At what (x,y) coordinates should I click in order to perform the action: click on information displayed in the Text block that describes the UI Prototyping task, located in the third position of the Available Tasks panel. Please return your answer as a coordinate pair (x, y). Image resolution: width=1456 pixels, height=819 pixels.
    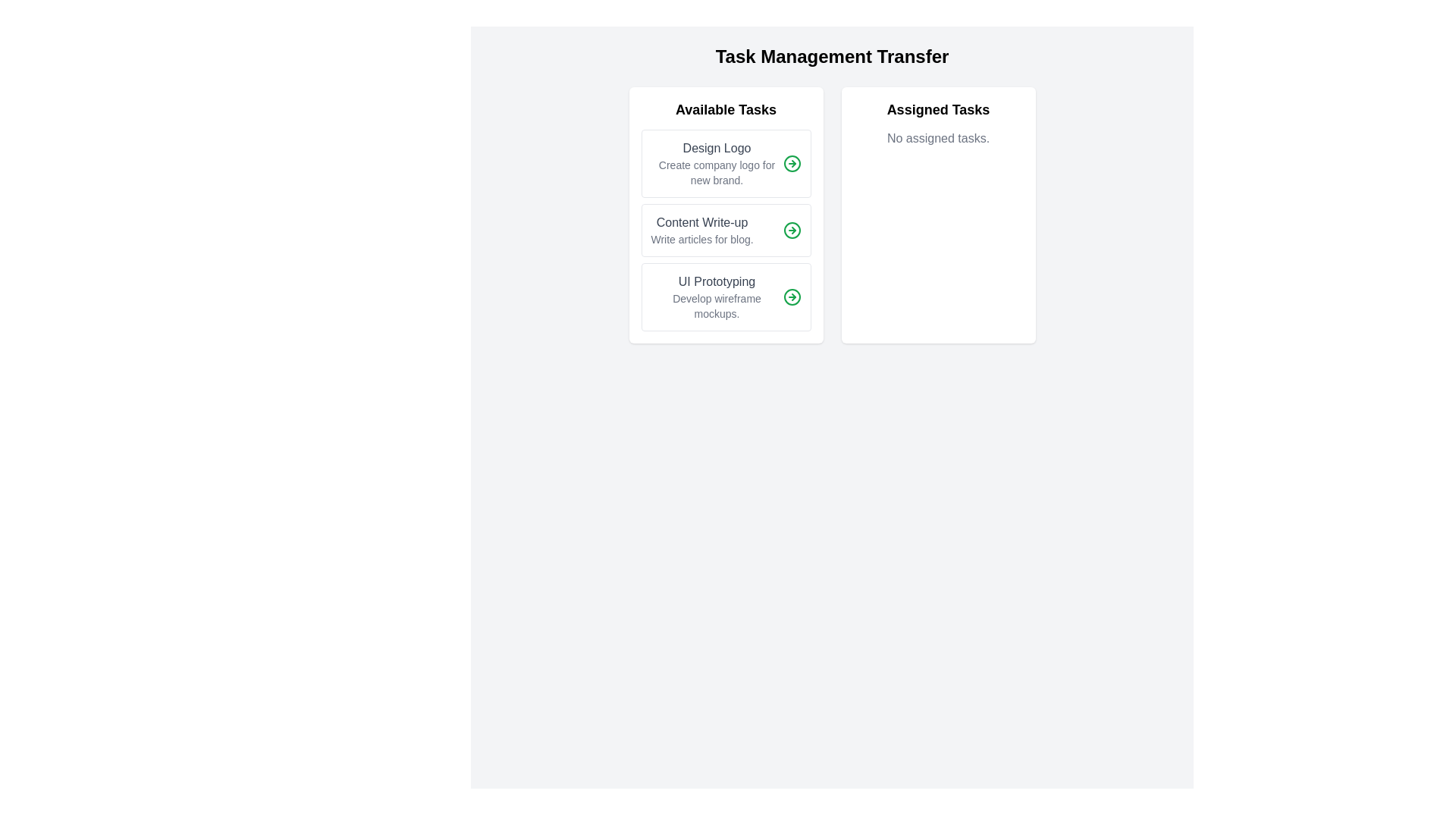
    Looking at the image, I should click on (716, 297).